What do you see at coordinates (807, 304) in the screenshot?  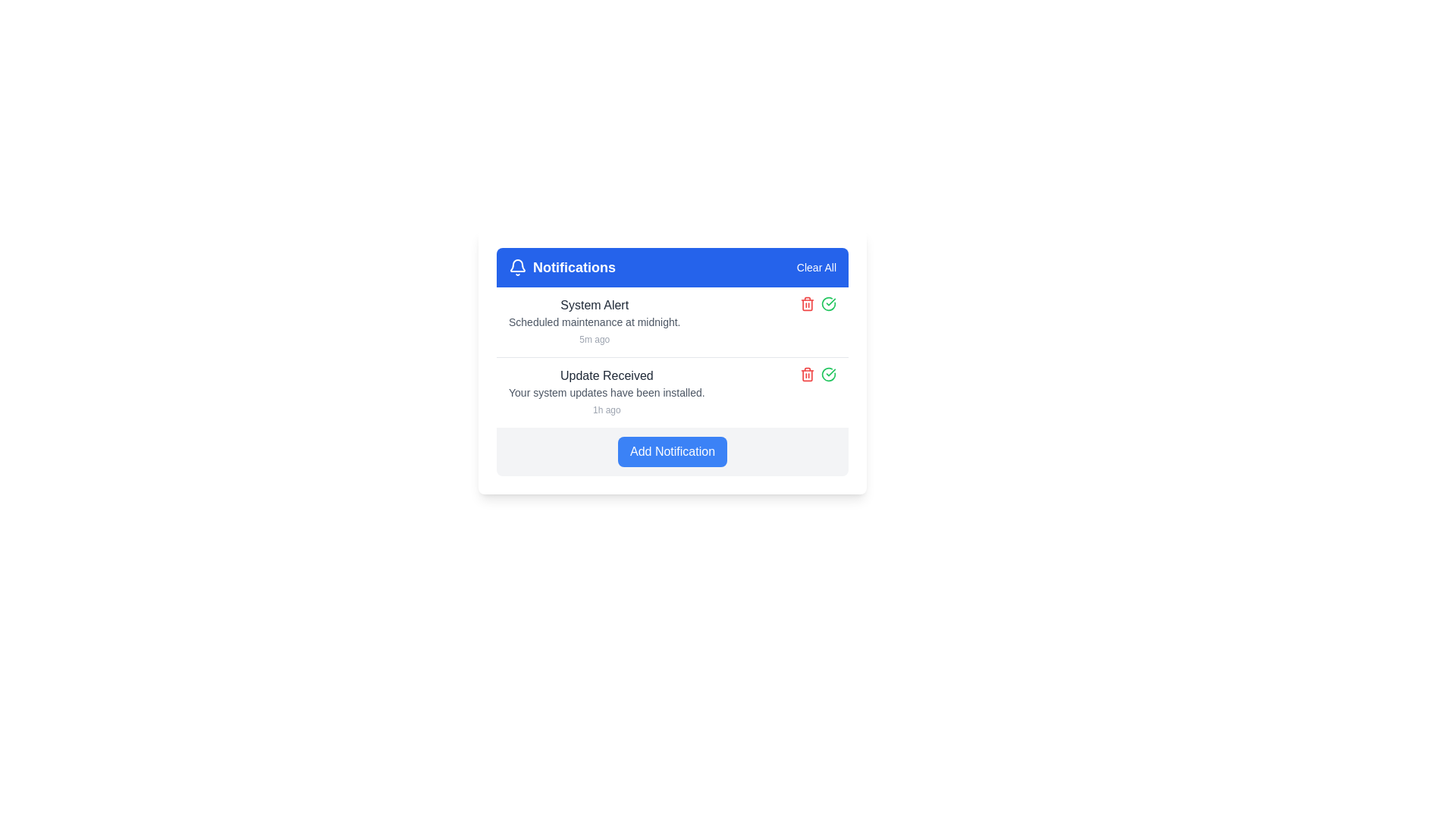 I see `the trash icon located in the notification panel under the 'System Alert' item` at bounding box center [807, 304].